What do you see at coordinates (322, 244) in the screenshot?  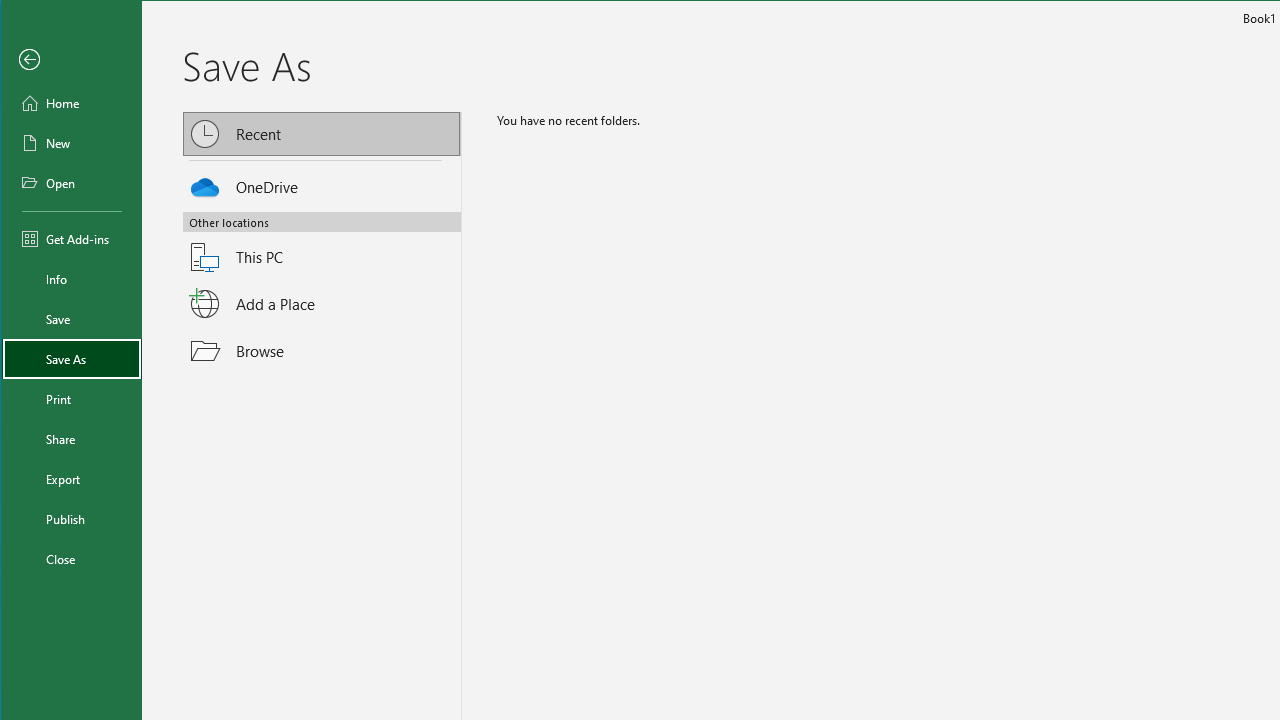 I see `'This PC'` at bounding box center [322, 244].